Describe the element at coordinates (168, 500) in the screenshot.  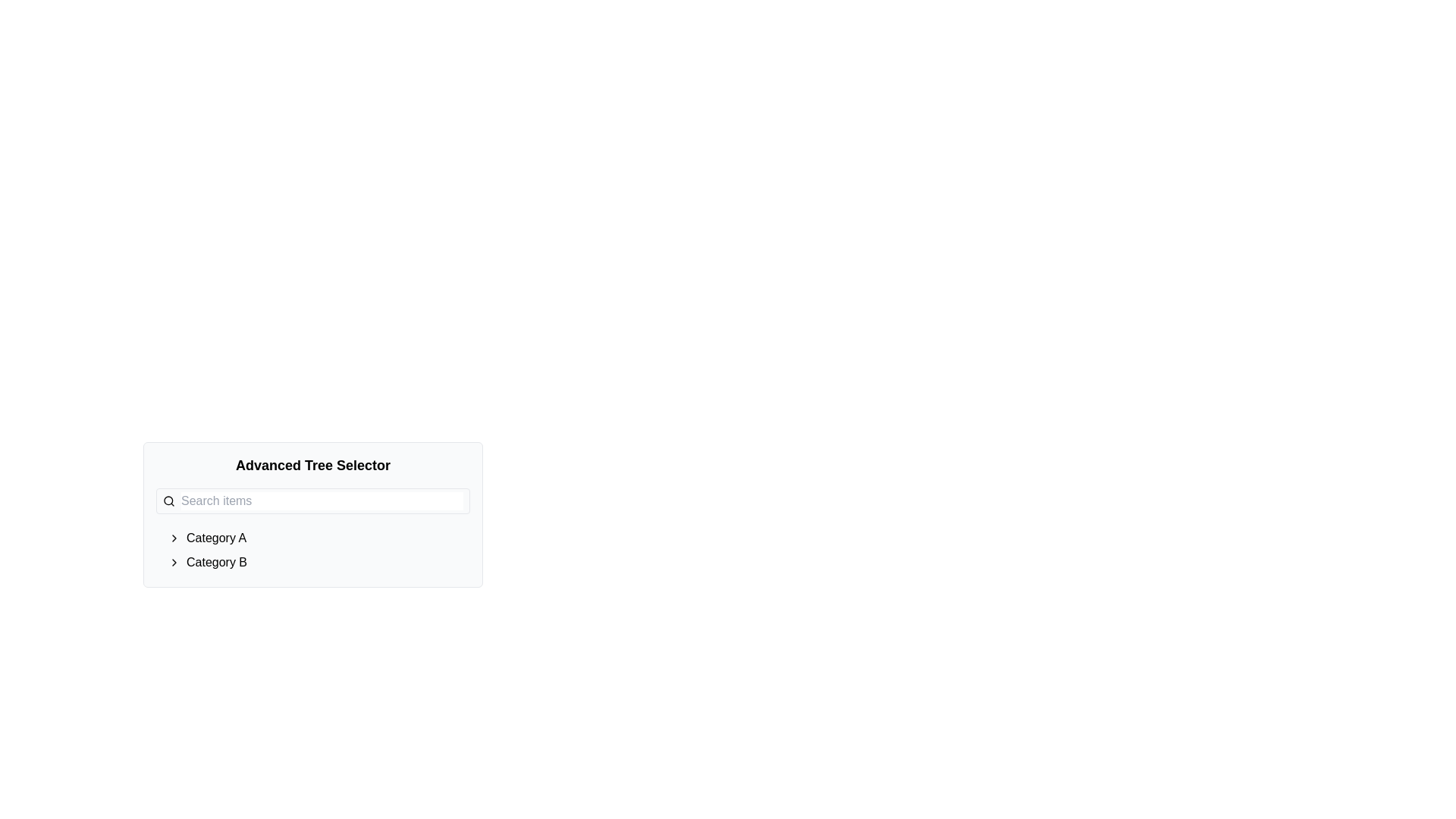
I see `the inner circular part of the magnifying glass representation located within the search icon to the left of the 'Search items' text input box` at that location.